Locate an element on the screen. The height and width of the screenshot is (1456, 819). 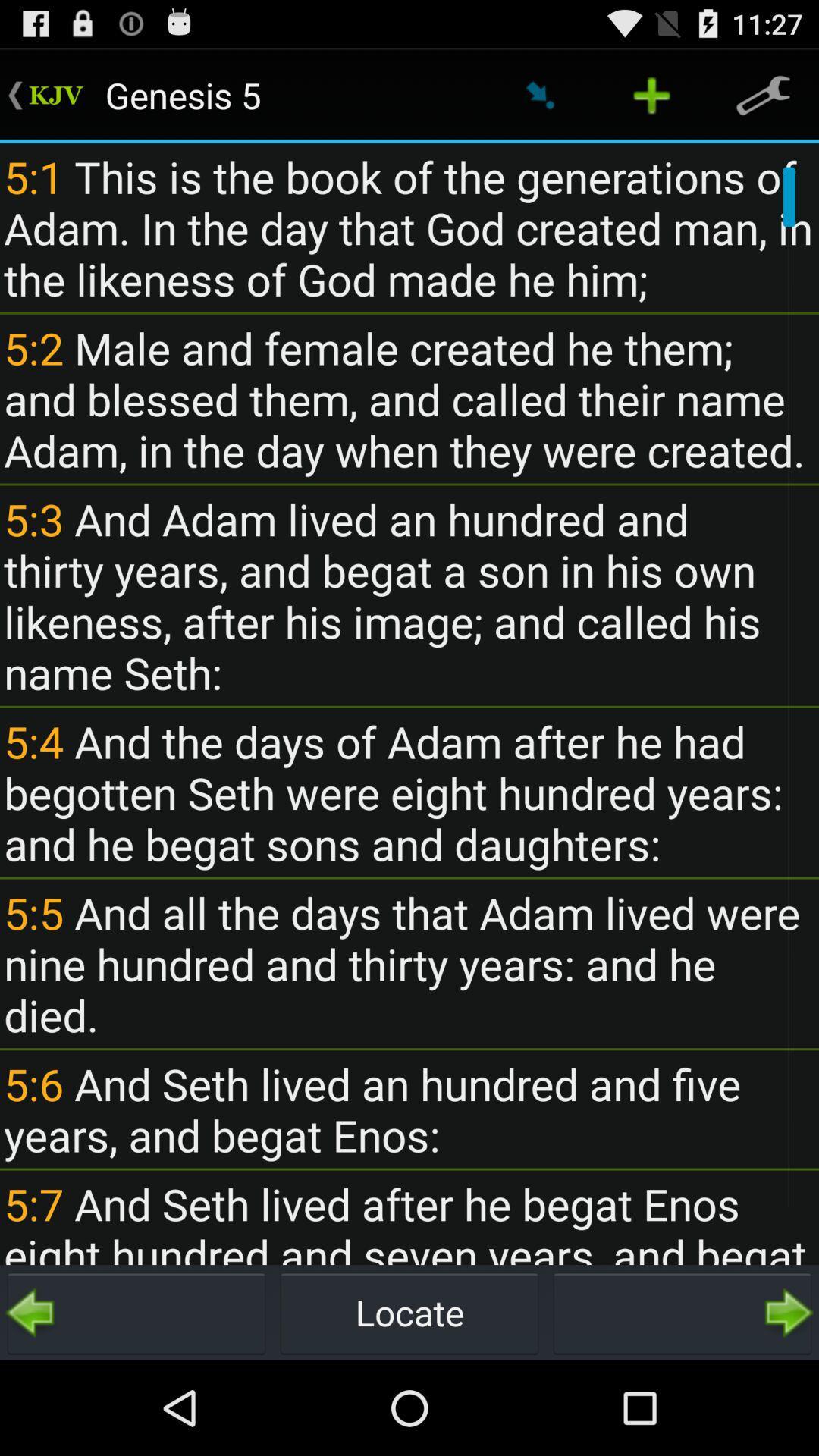
icon at the bottom left corner is located at coordinates (136, 1312).